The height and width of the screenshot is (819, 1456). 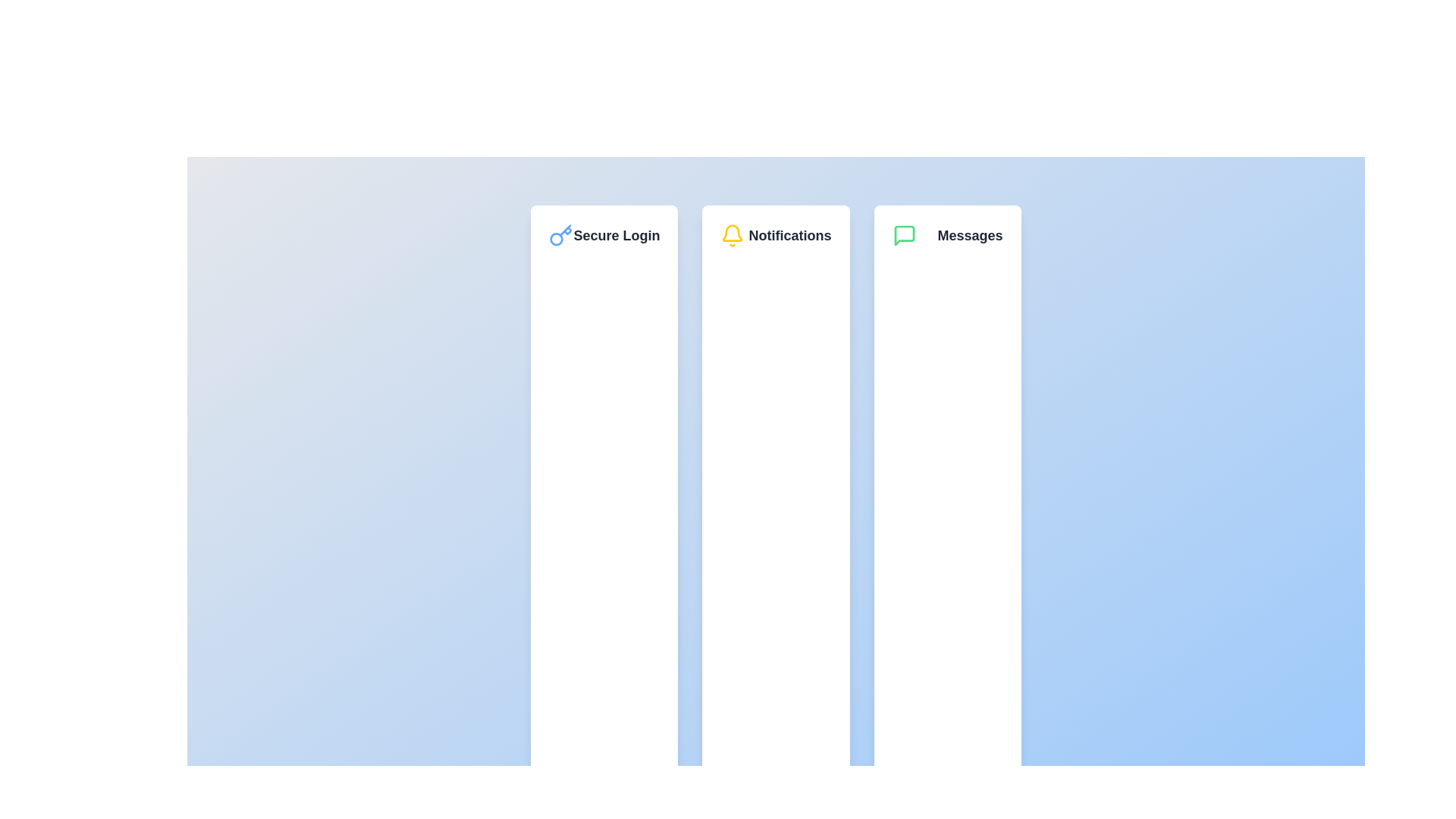 I want to click on the text label indicating secure login features, located at the top-center of the leftmost panel next to a key icon, so click(x=617, y=236).